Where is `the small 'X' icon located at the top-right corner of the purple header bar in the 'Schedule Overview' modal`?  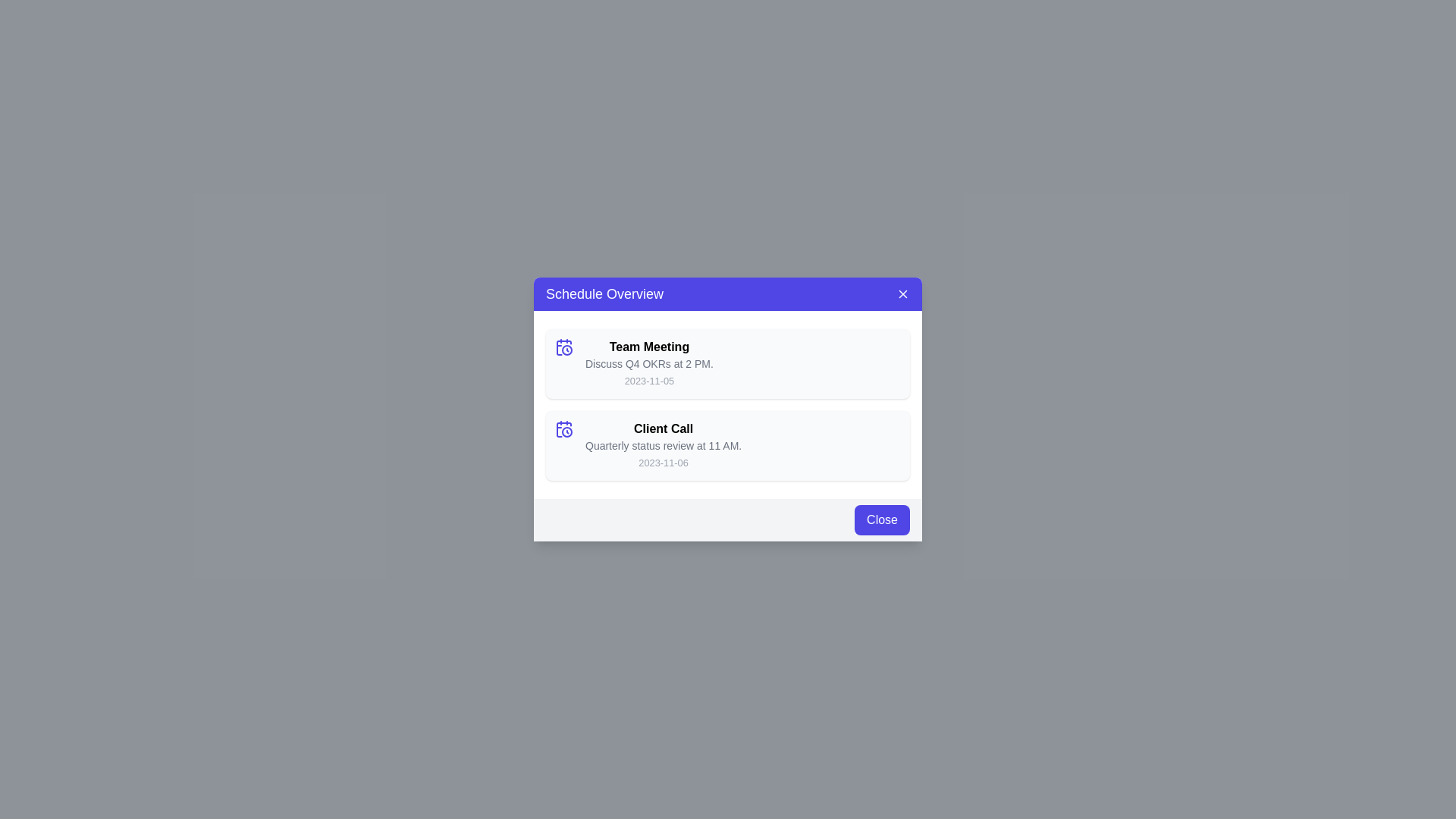 the small 'X' icon located at the top-right corner of the purple header bar in the 'Schedule Overview' modal is located at coordinates (902, 294).